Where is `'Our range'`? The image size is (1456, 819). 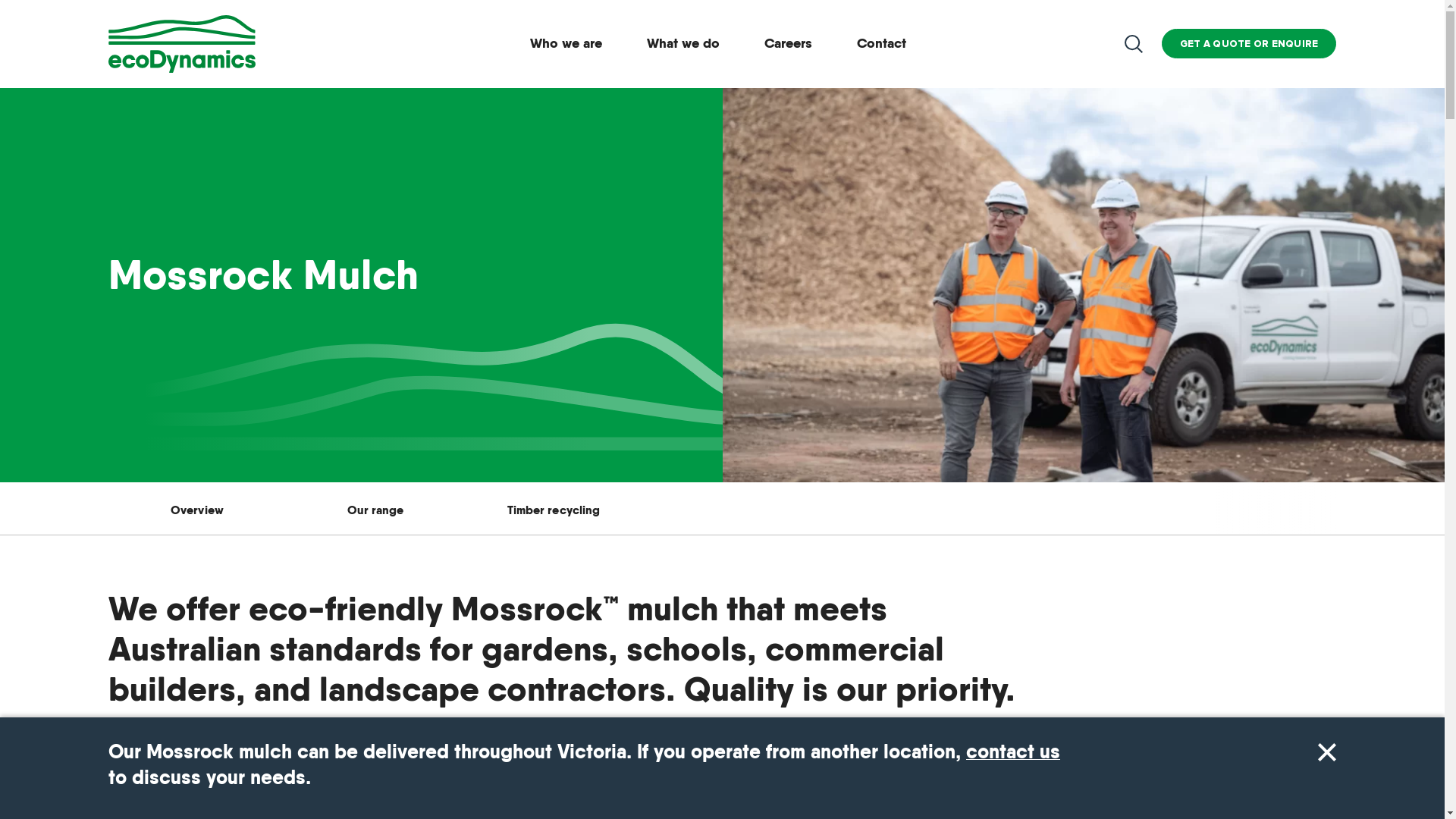 'Our range' is located at coordinates (375, 509).